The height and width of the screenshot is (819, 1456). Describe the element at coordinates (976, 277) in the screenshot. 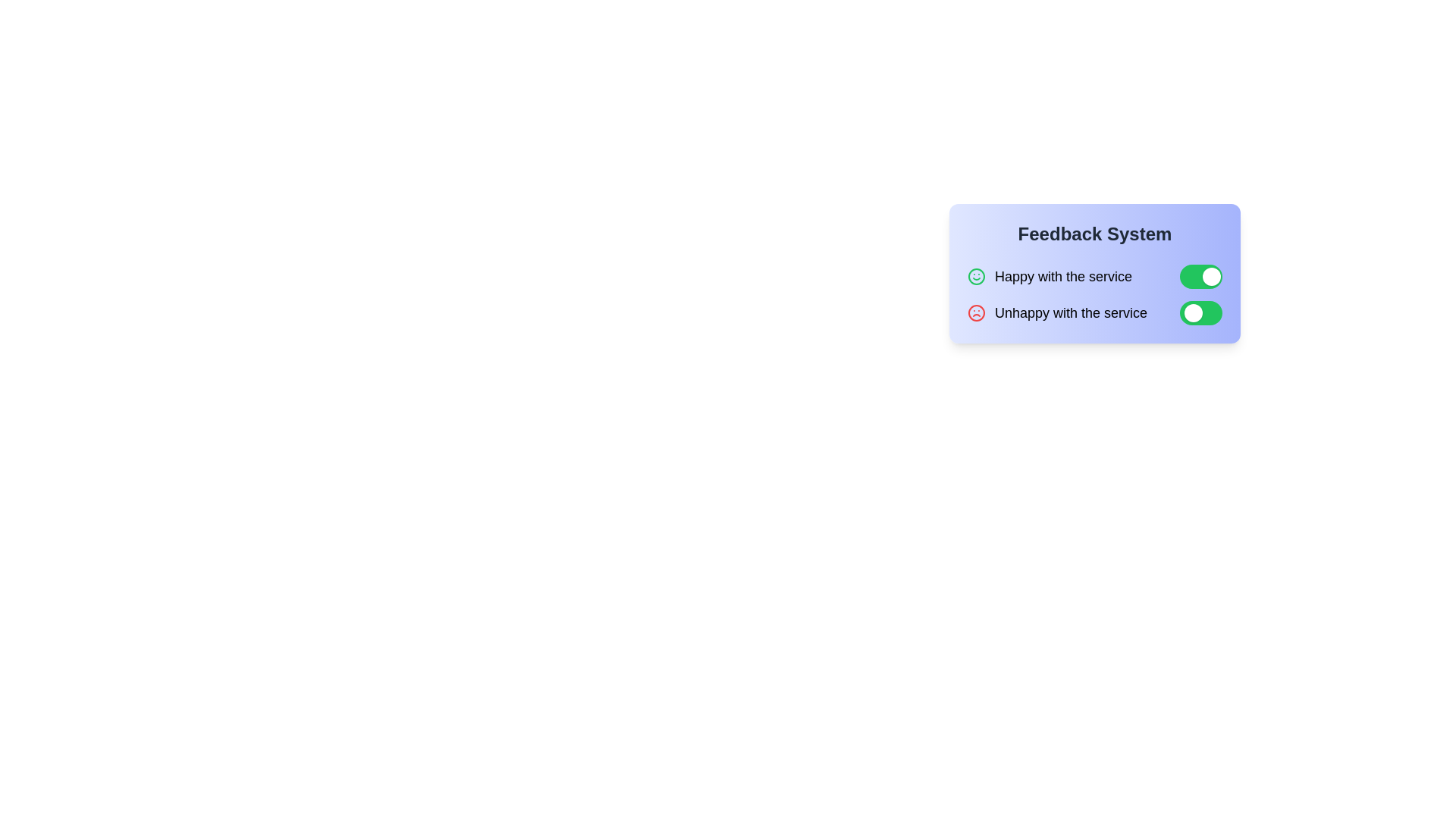

I see `the circular smiley-face icon with a green outline and eyes, located to the left of the text 'Happy with the service'` at that location.